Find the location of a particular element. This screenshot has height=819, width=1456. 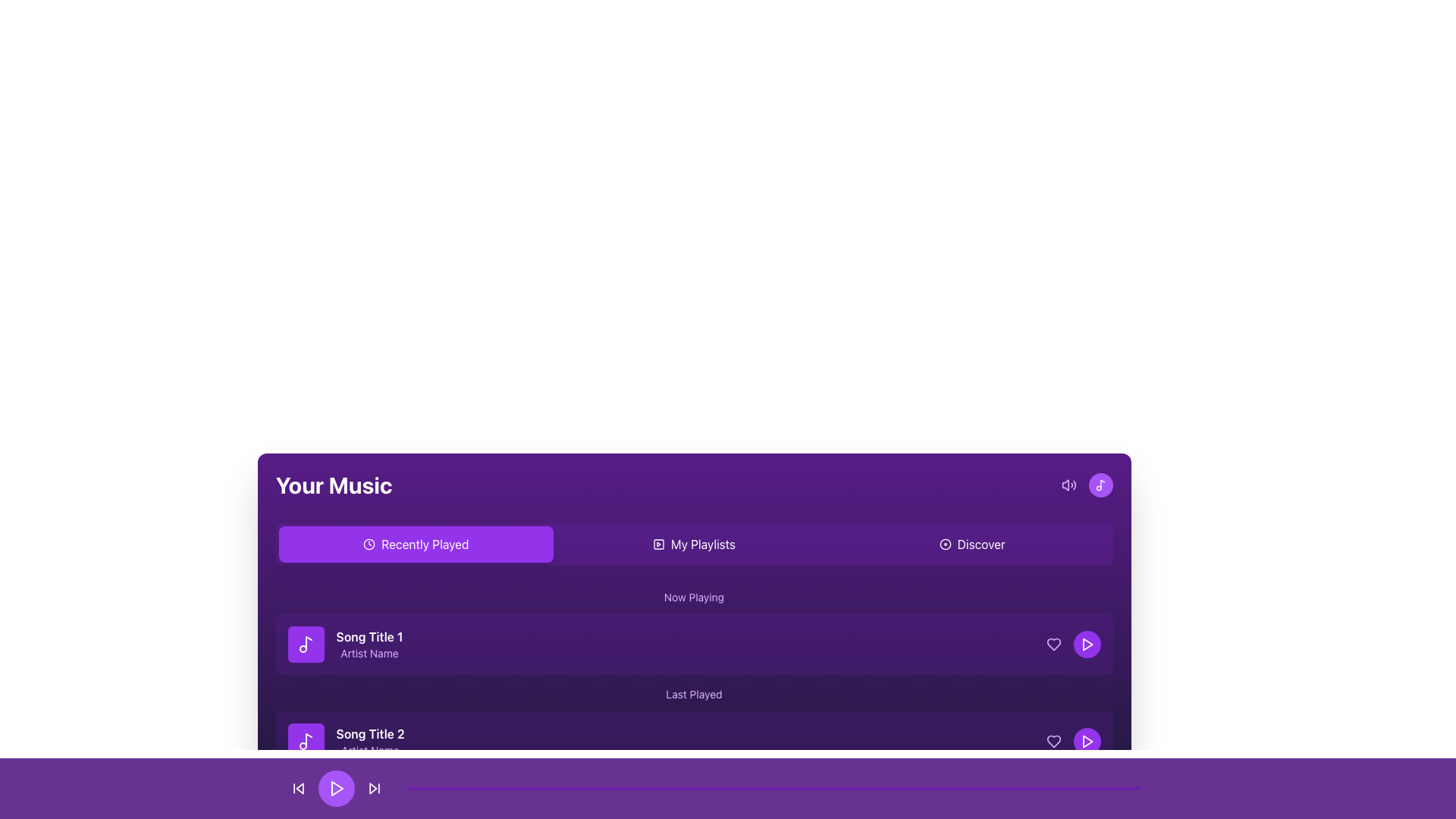

the heart-shaped icon button styled with purple tones to change its color, which is the first icon in a horizontal group next to a play button is located at coordinates (1053, 644).